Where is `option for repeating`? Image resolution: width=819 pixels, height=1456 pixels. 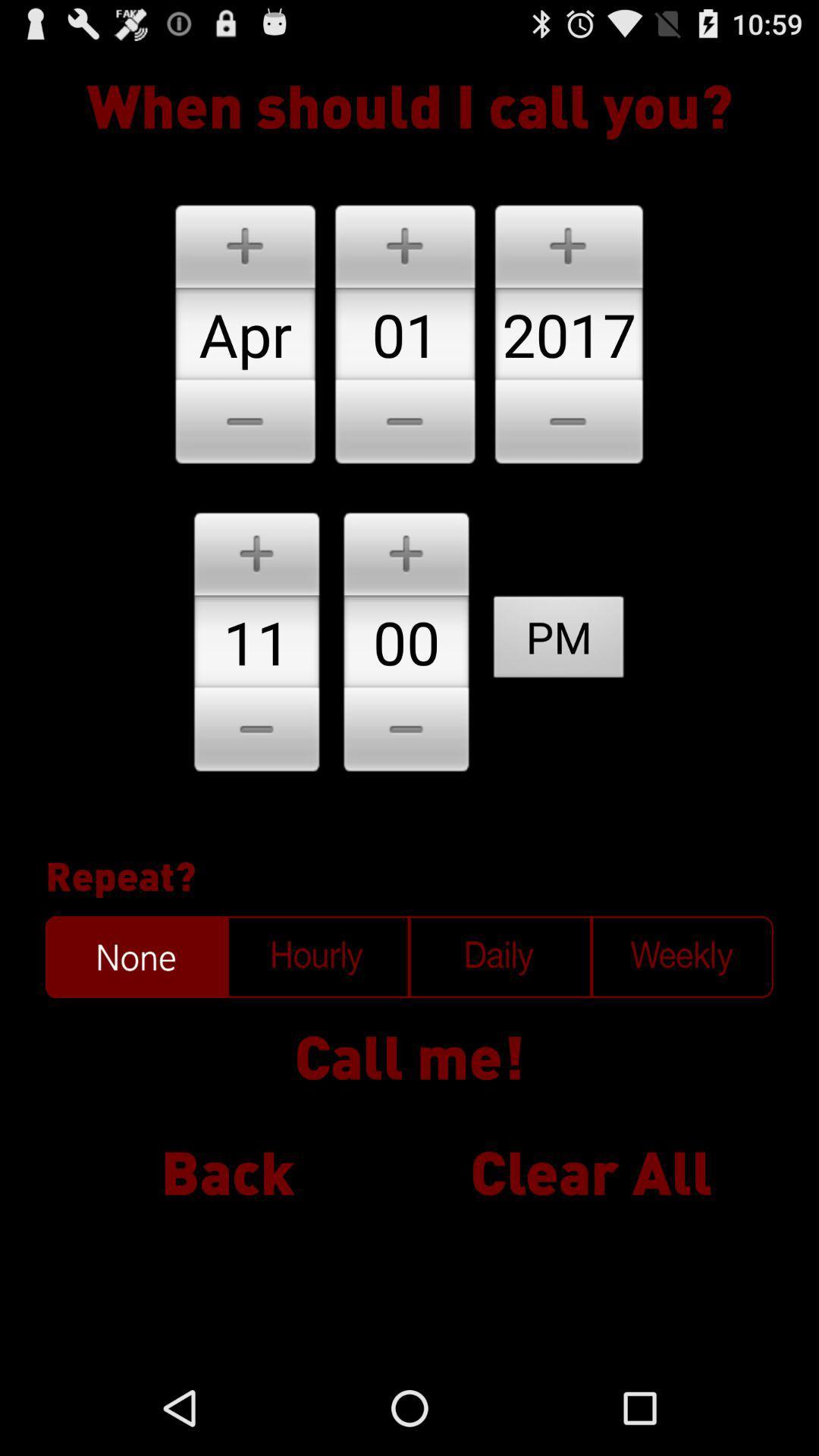
option for repeating is located at coordinates (136, 956).